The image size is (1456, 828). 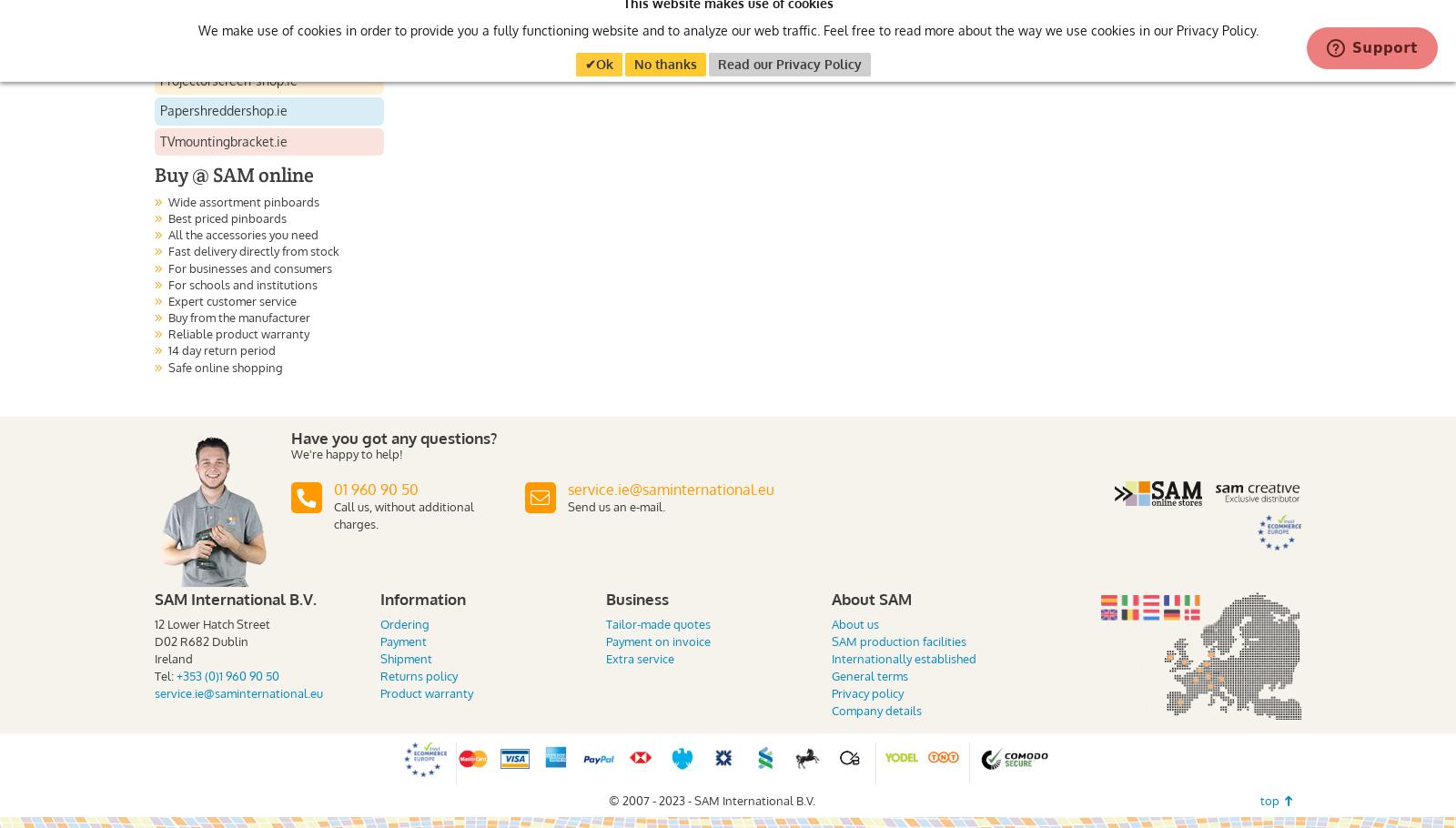 I want to click on 'Reliable product warranty', so click(x=238, y=334).